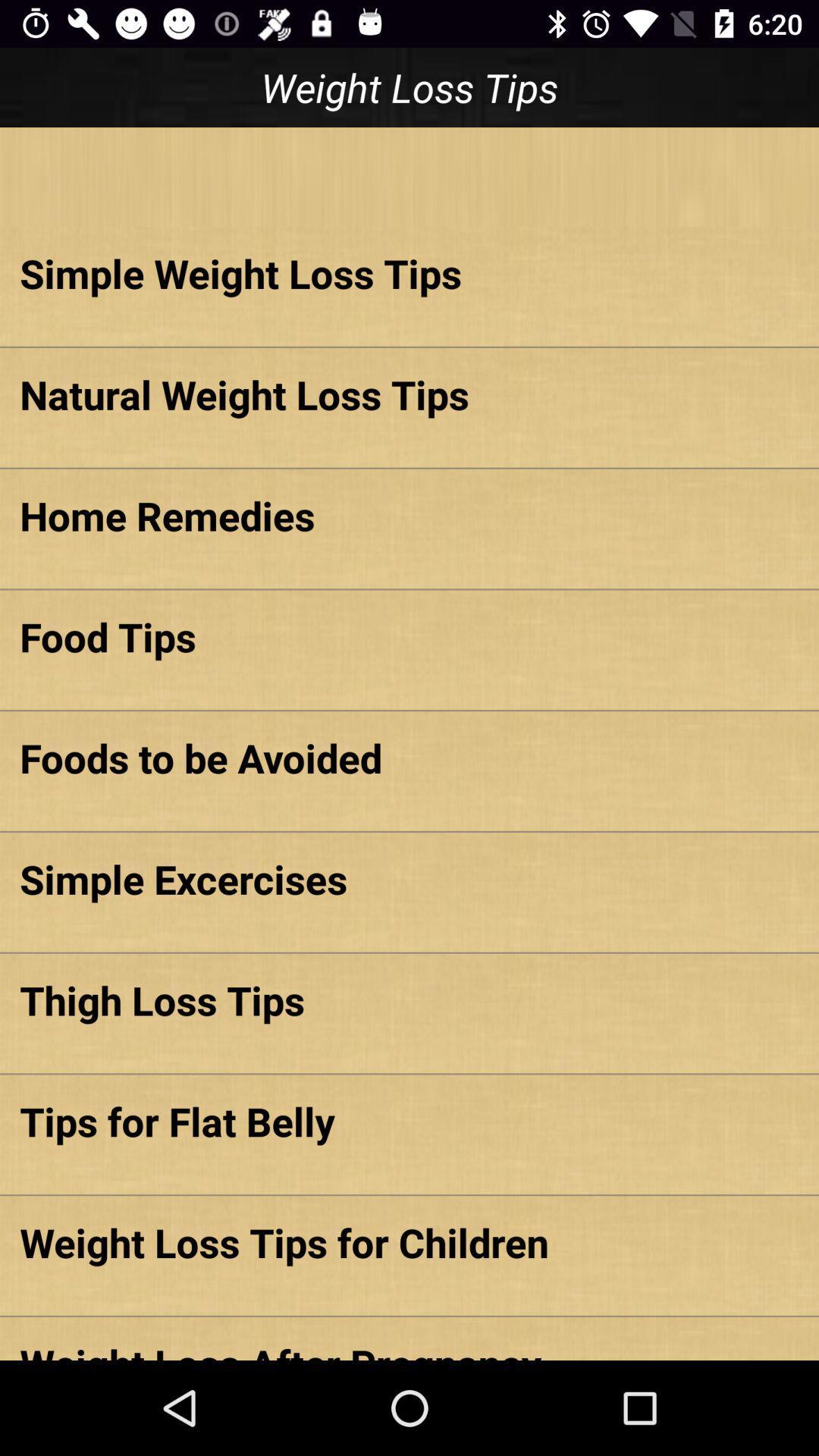  What do you see at coordinates (409, 758) in the screenshot?
I see `the foods to be item` at bounding box center [409, 758].